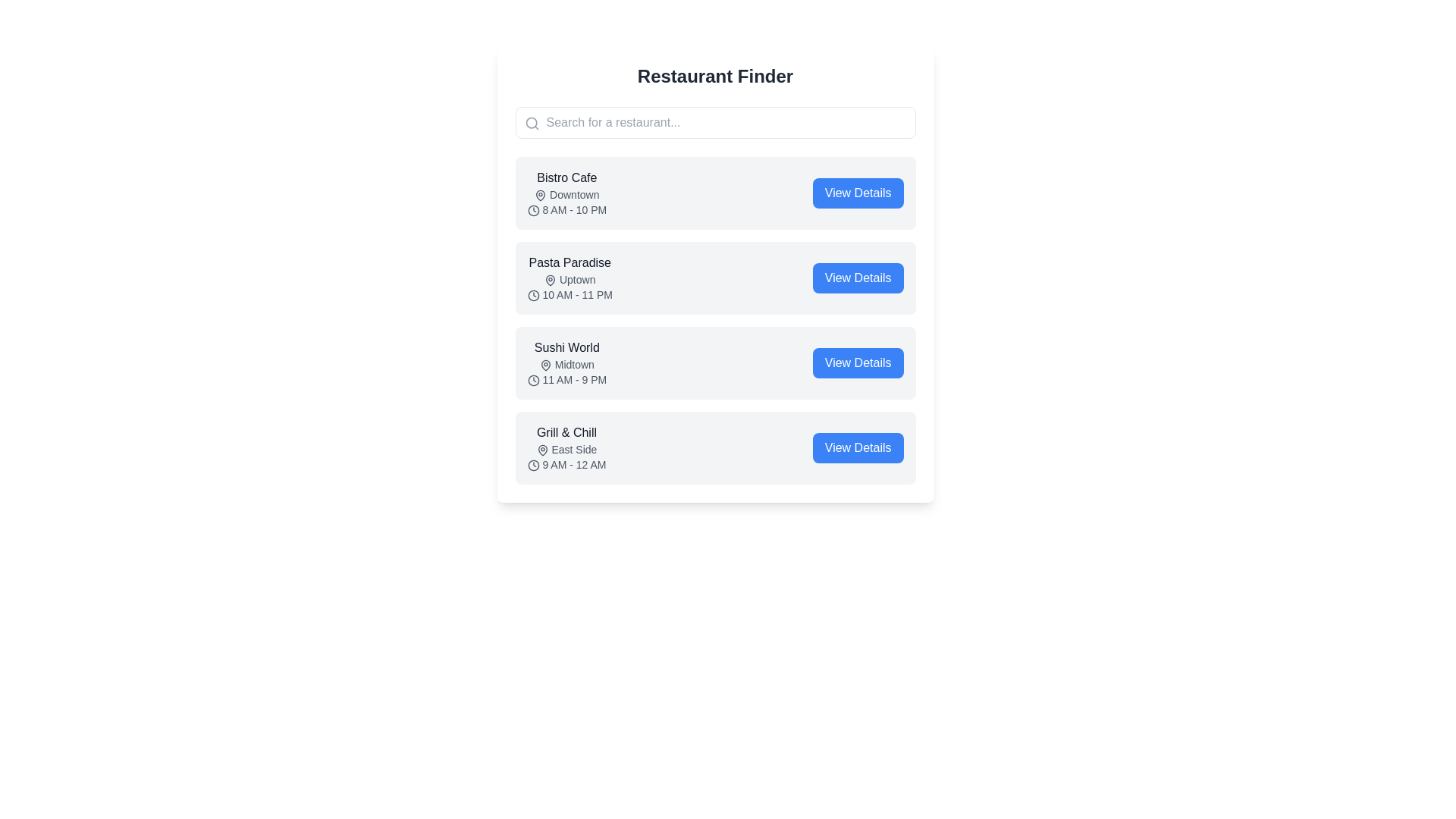 This screenshot has height=819, width=1456. What do you see at coordinates (569, 280) in the screenshot?
I see `text element indicating the location of the restaurant associated with 'Uptown', which appears in the second list item below 'Pasta Paradise'` at bounding box center [569, 280].